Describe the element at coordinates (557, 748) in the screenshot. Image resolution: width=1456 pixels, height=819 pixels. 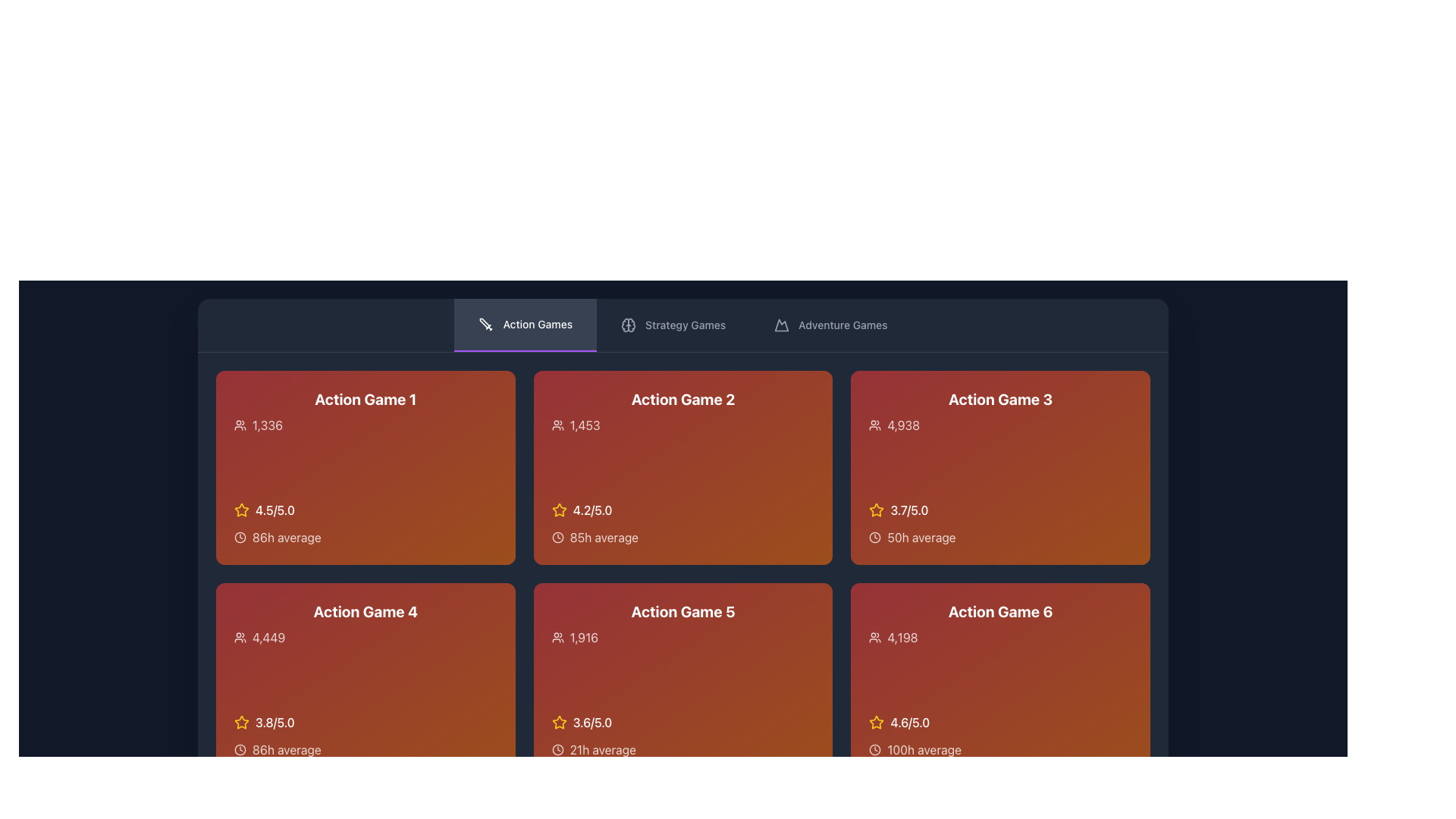
I see `the minimalist clock icon displayed within the text context of '21h average' in the middle-right card associated with the title 'Action Game 5'` at that location.